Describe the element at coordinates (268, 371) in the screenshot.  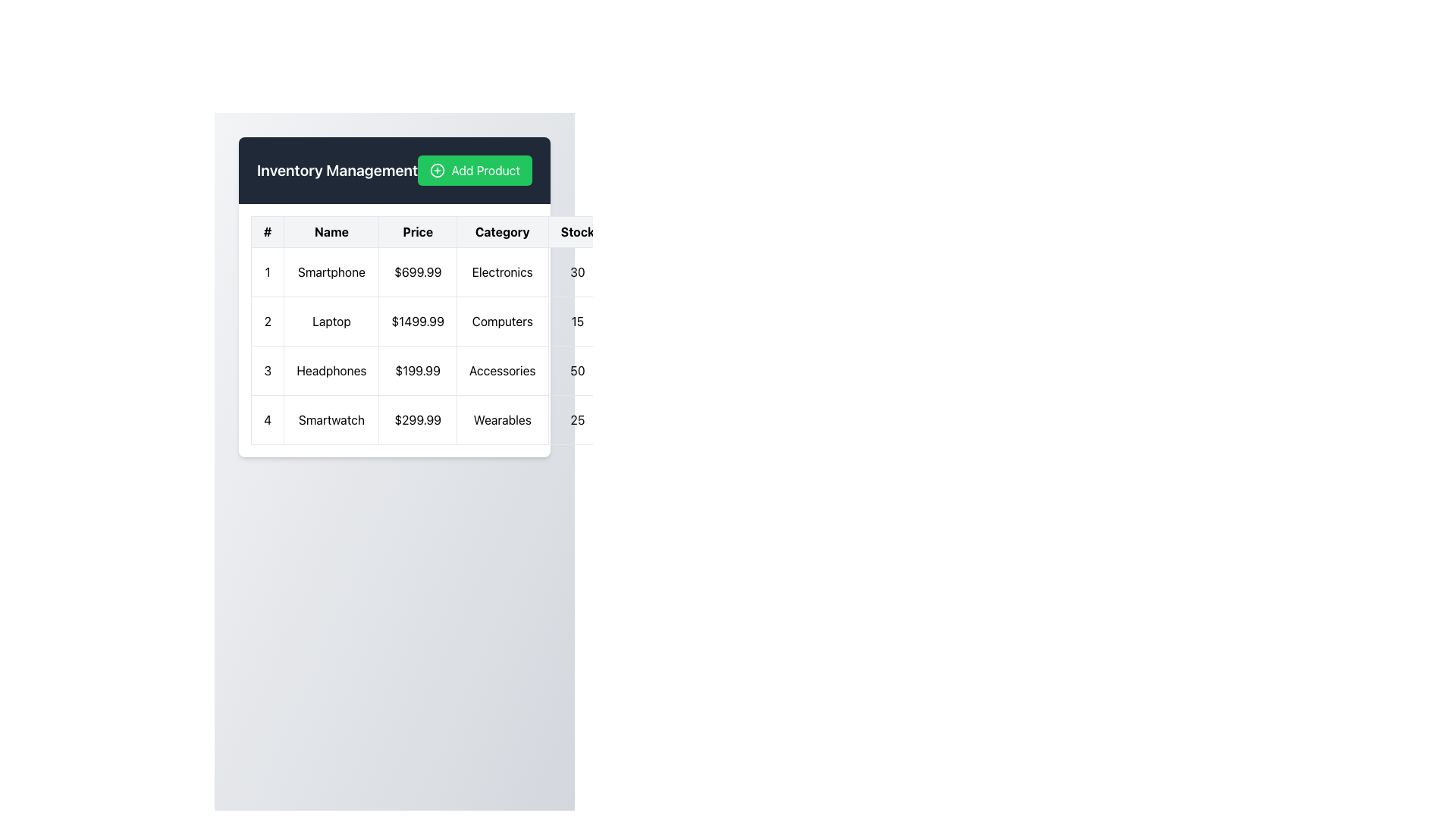
I see `number '3' located in the first cell of the third row in the table under the '#' column` at that location.